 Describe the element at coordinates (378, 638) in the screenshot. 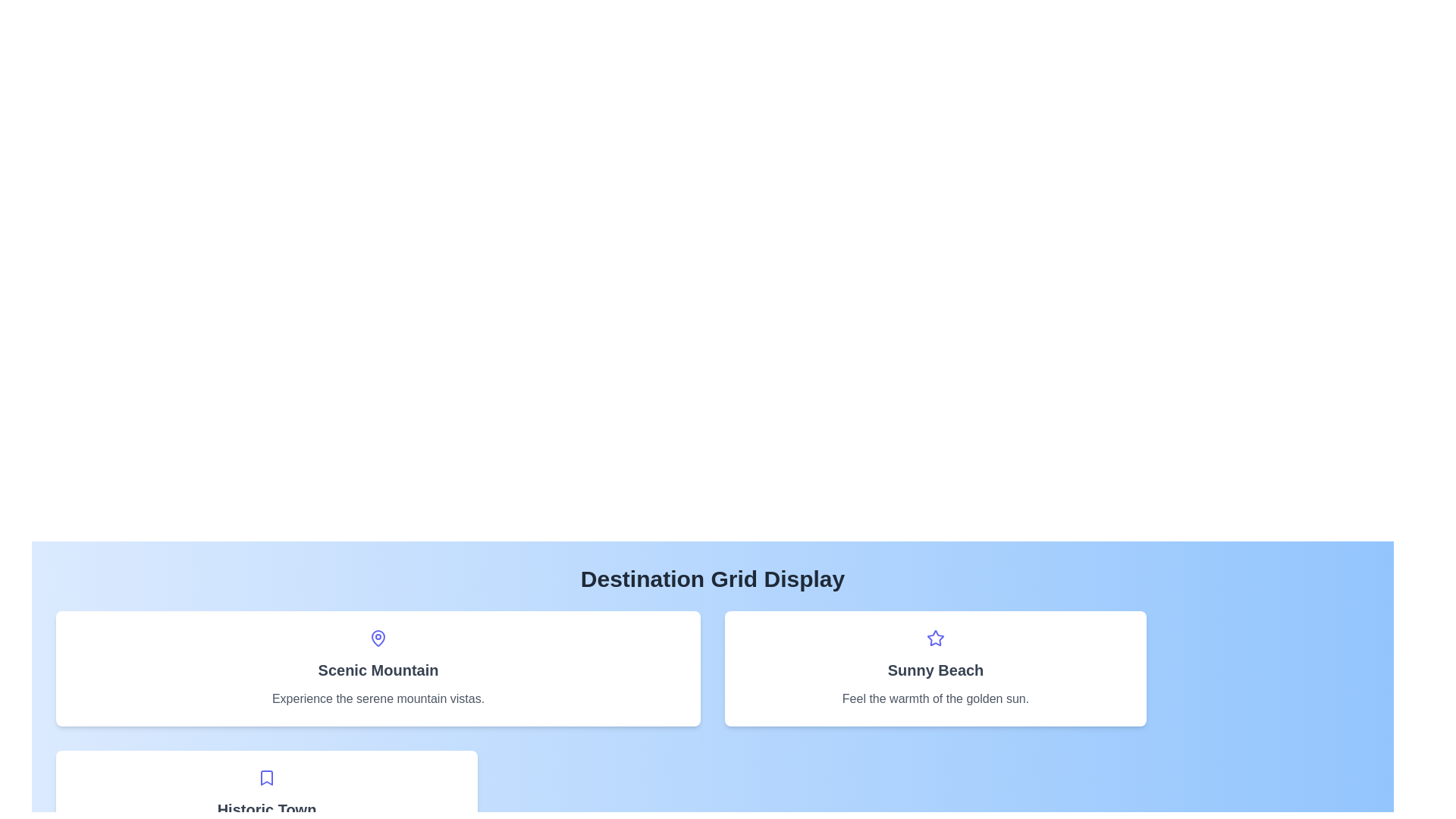

I see `the decorative pin icon located in the middle of the page interface, which signifies a location related to the 'Scenic Mountain' card` at that location.